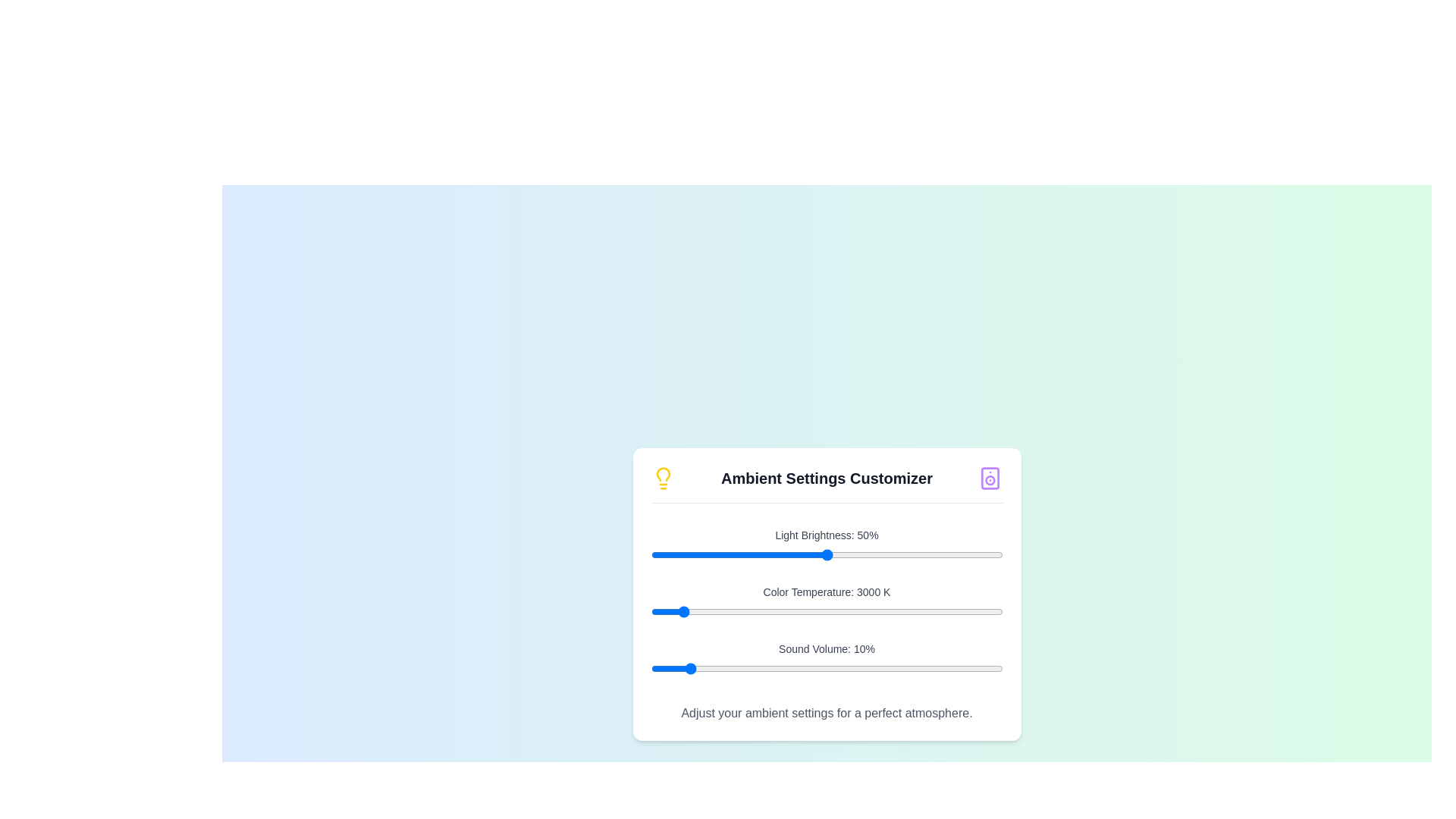 Image resolution: width=1456 pixels, height=819 pixels. What do you see at coordinates (830, 555) in the screenshot?
I see `the light brightness` at bounding box center [830, 555].